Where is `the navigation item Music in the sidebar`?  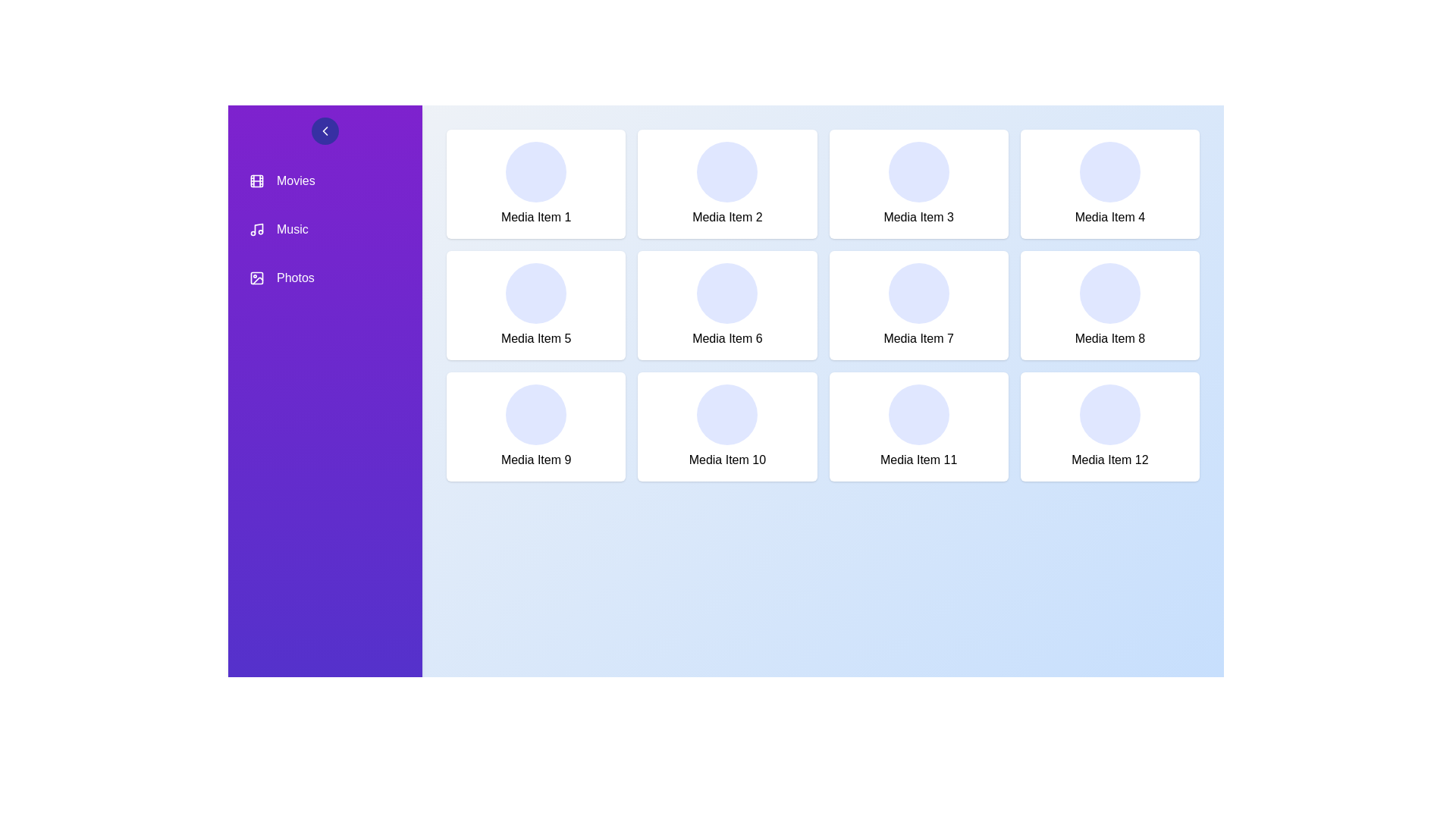 the navigation item Music in the sidebar is located at coordinates (324, 230).